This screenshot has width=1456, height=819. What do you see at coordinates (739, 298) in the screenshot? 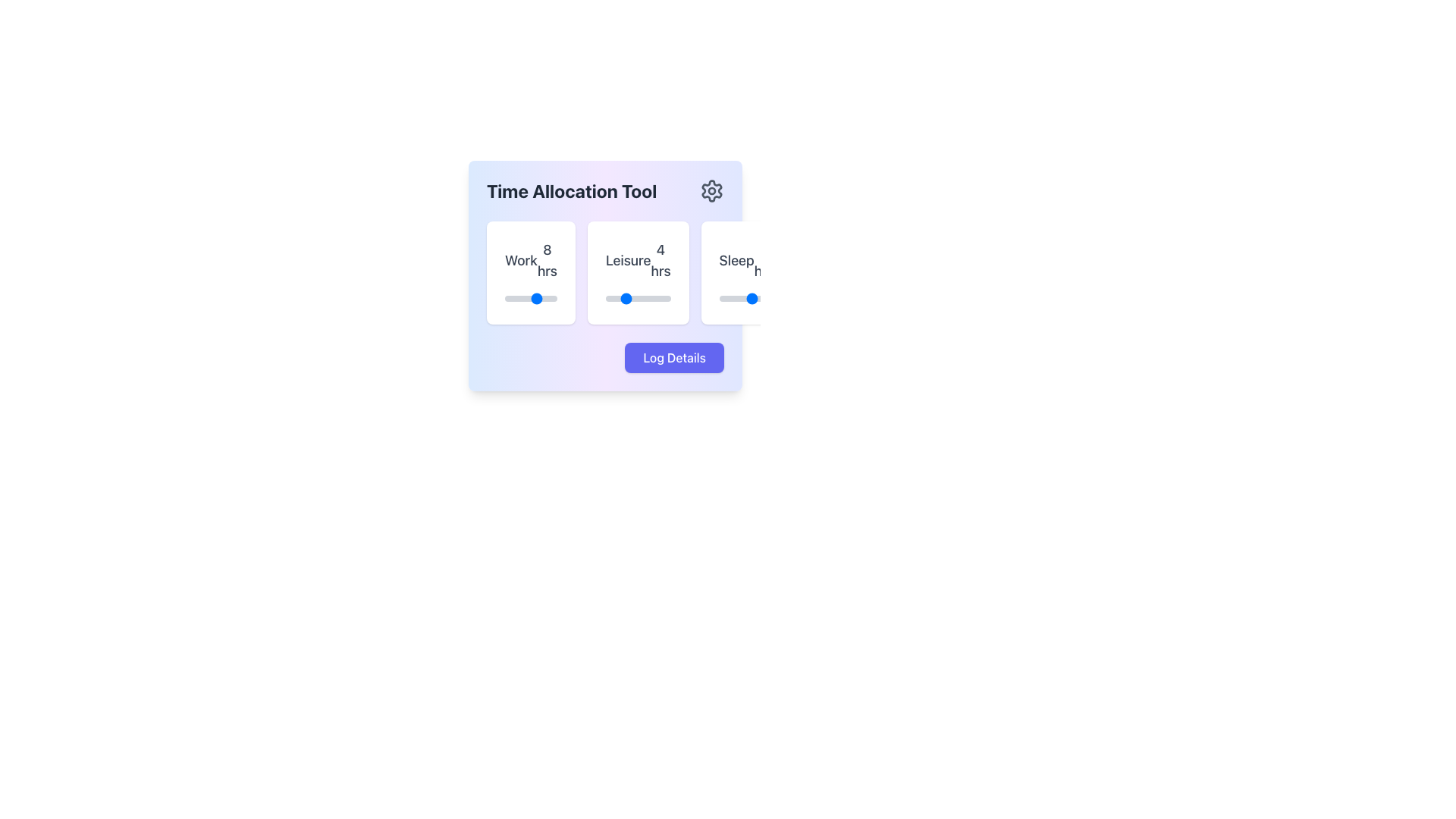
I see `sleep hours` at bounding box center [739, 298].